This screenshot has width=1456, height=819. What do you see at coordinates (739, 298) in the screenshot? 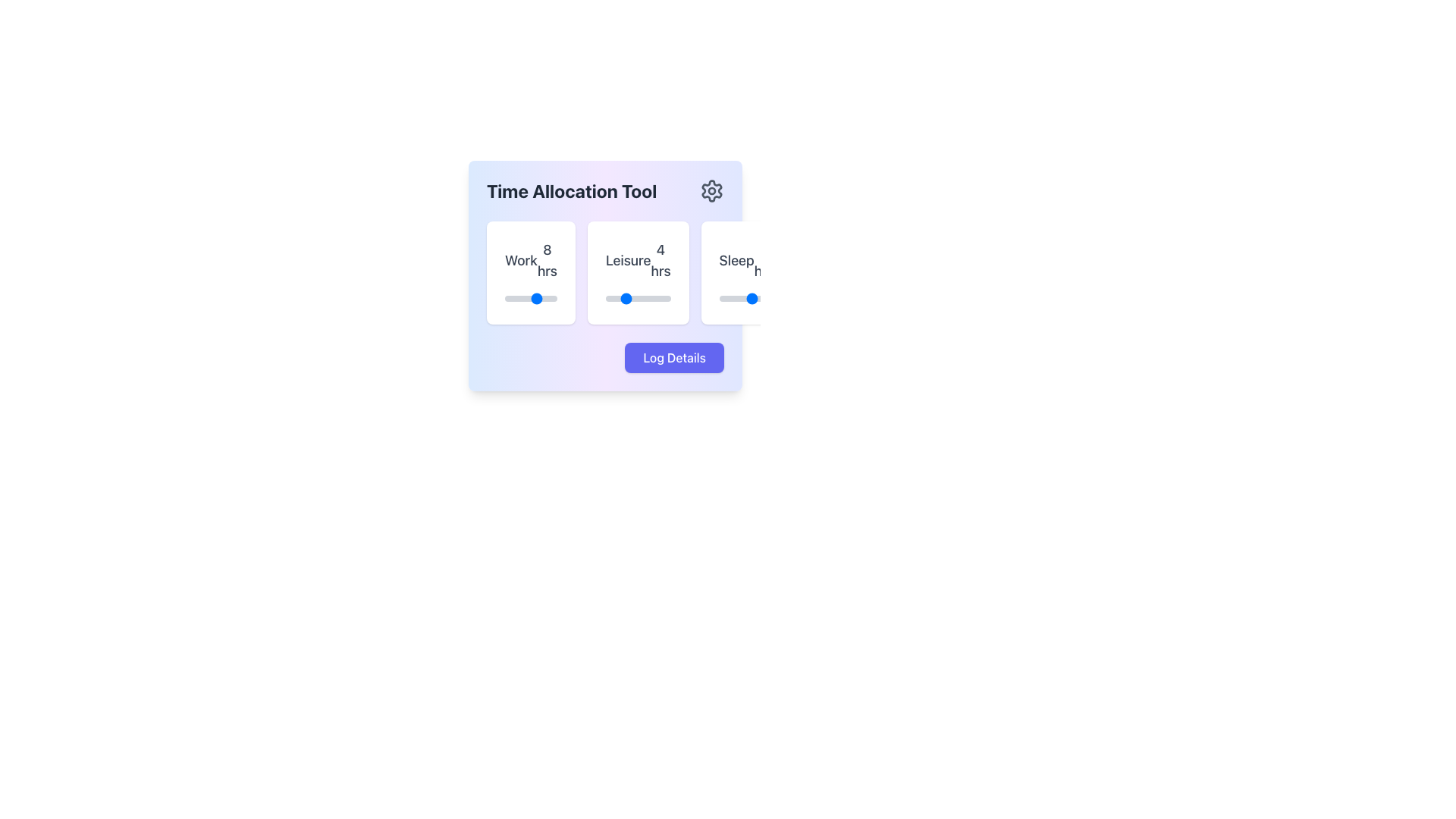
I see `sleep hours` at bounding box center [739, 298].